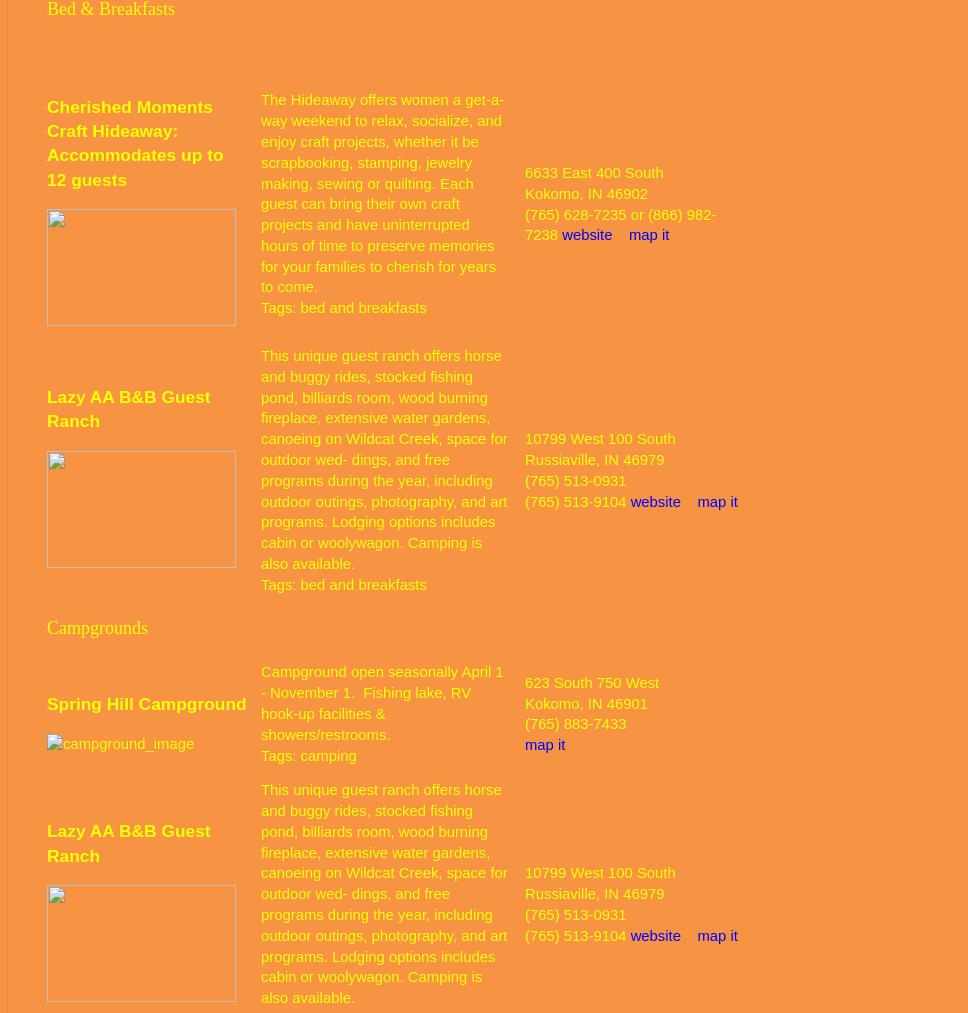 The height and width of the screenshot is (1013, 968). I want to click on 'The Hideaway offers women a get-a-way weekend to relax, socialize, and enjoy craft projects, whether it be scrapbooking, stamping, jewelry making, sewing or quilting. Each guest can bring their own craft projects and have uninterrupted hours of time to preserve memories for your families to cherish for years to come.', so click(260, 193).